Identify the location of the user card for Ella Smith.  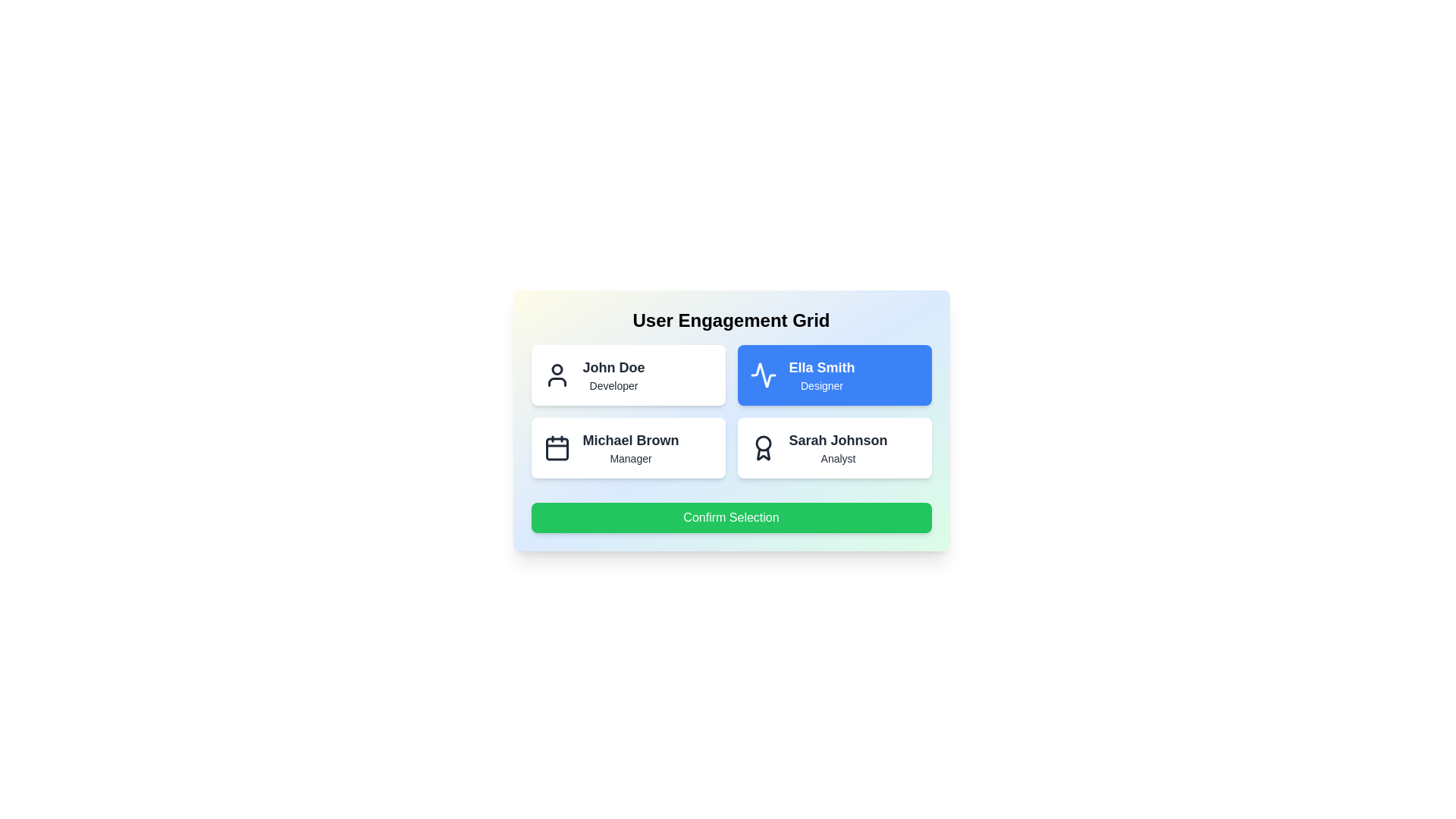
(833, 375).